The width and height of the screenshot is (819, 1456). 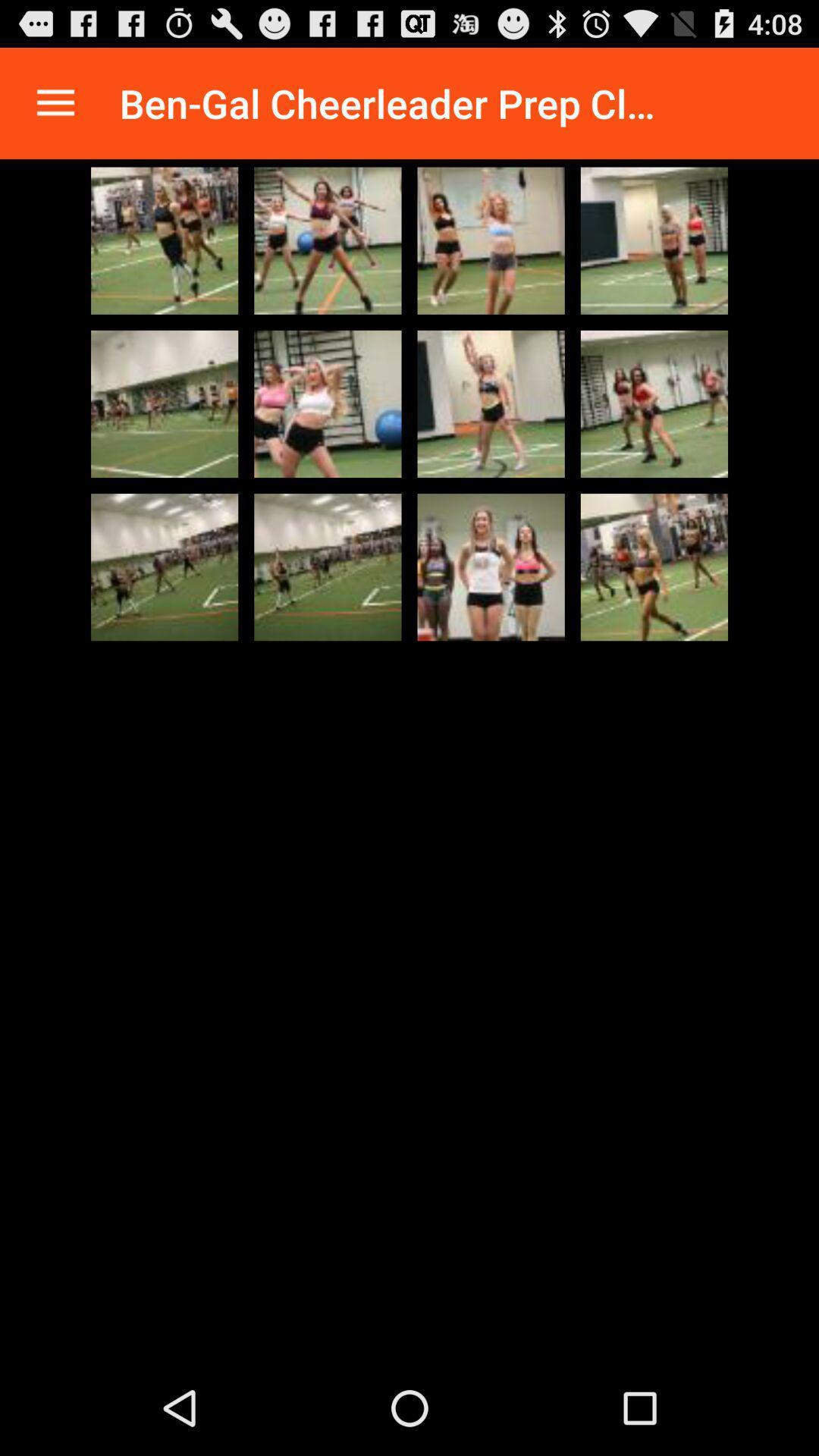 What do you see at coordinates (327, 566) in the screenshot?
I see `video selected` at bounding box center [327, 566].